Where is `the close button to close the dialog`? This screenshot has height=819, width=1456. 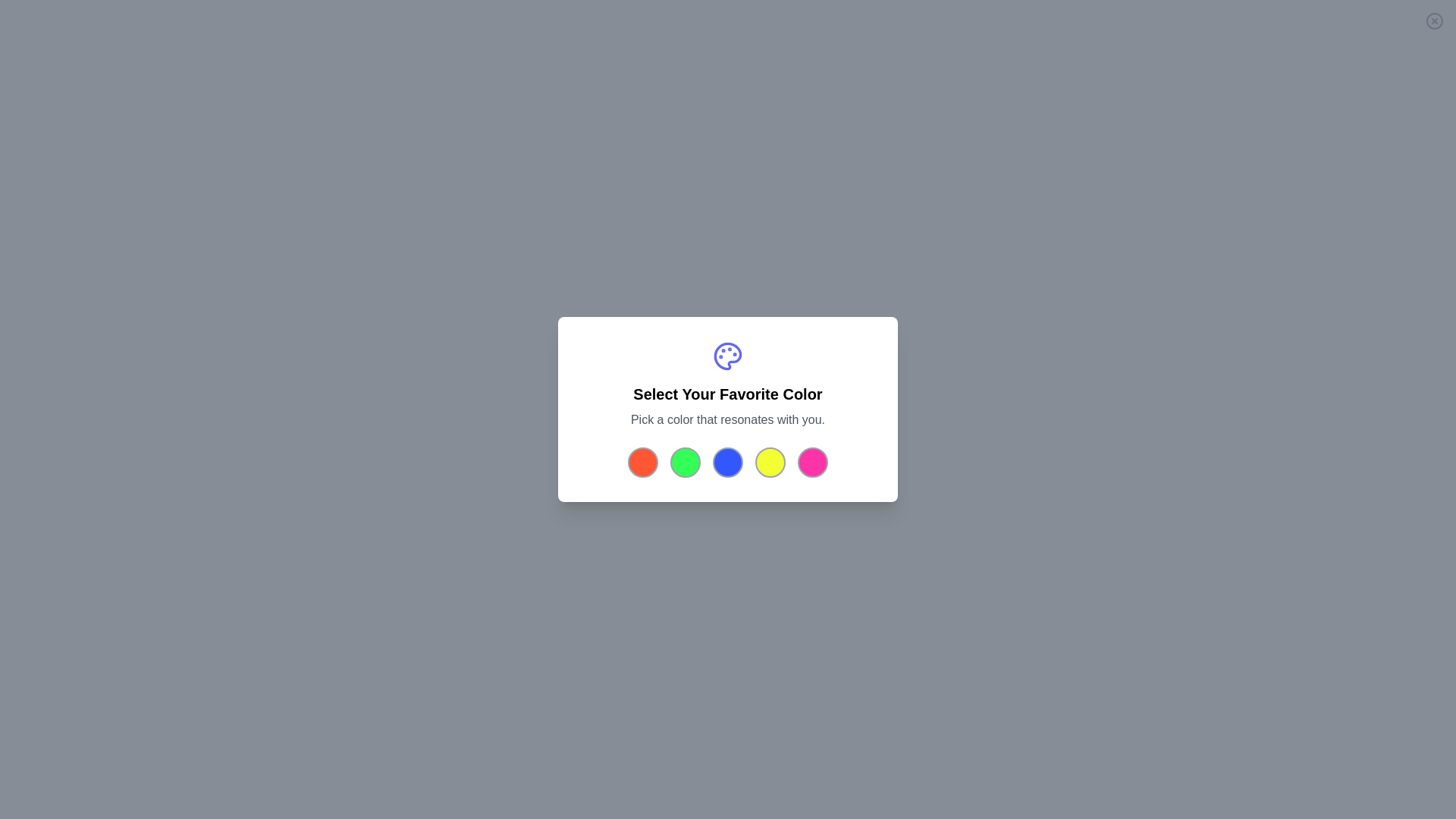
the close button to close the dialog is located at coordinates (1433, 20).